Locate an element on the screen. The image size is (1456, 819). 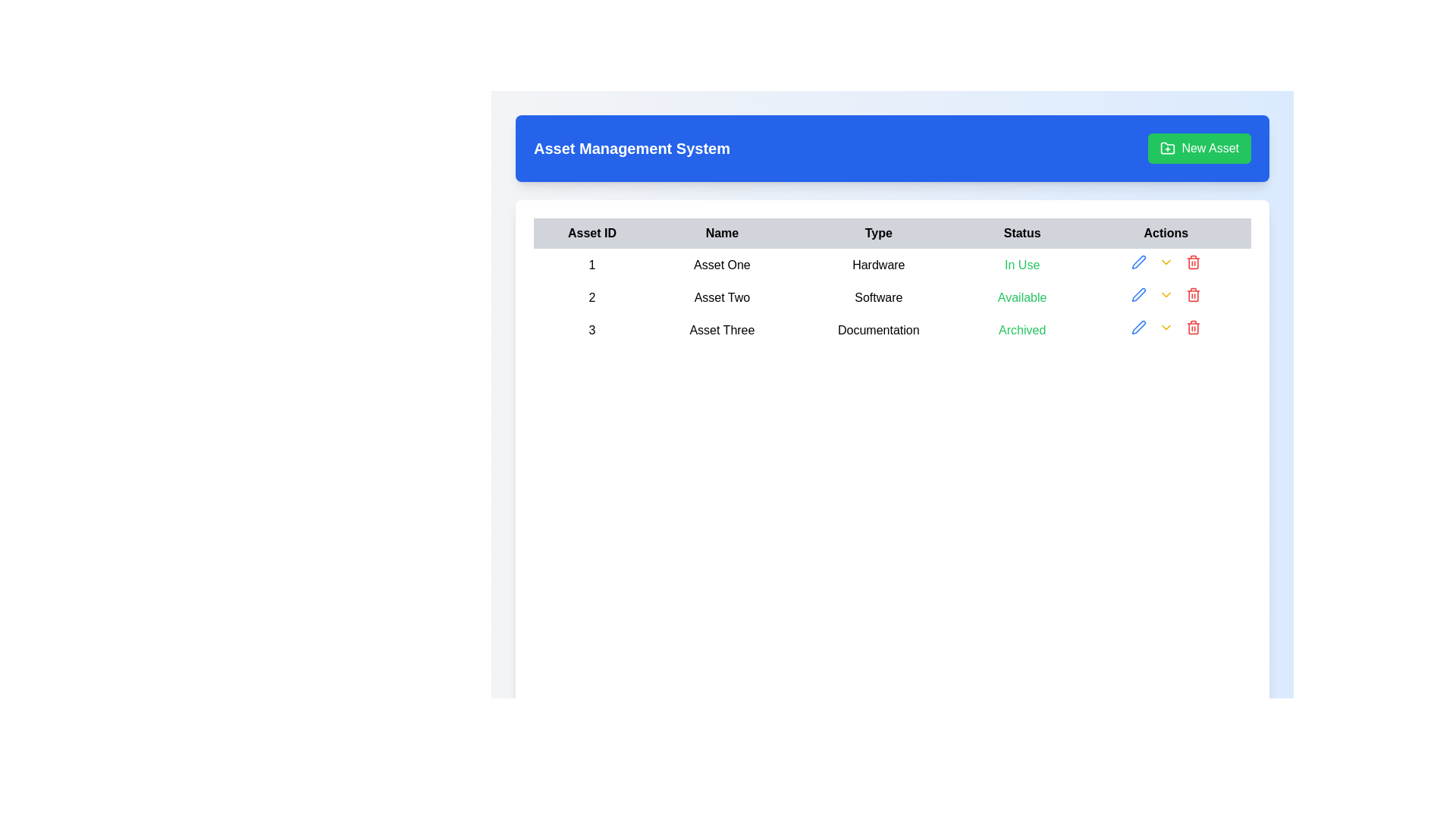
the text label displaying 'In Use' in green, located in the 'Status' column of the table for 'Asset One' is located at coordinates (1022, 264).